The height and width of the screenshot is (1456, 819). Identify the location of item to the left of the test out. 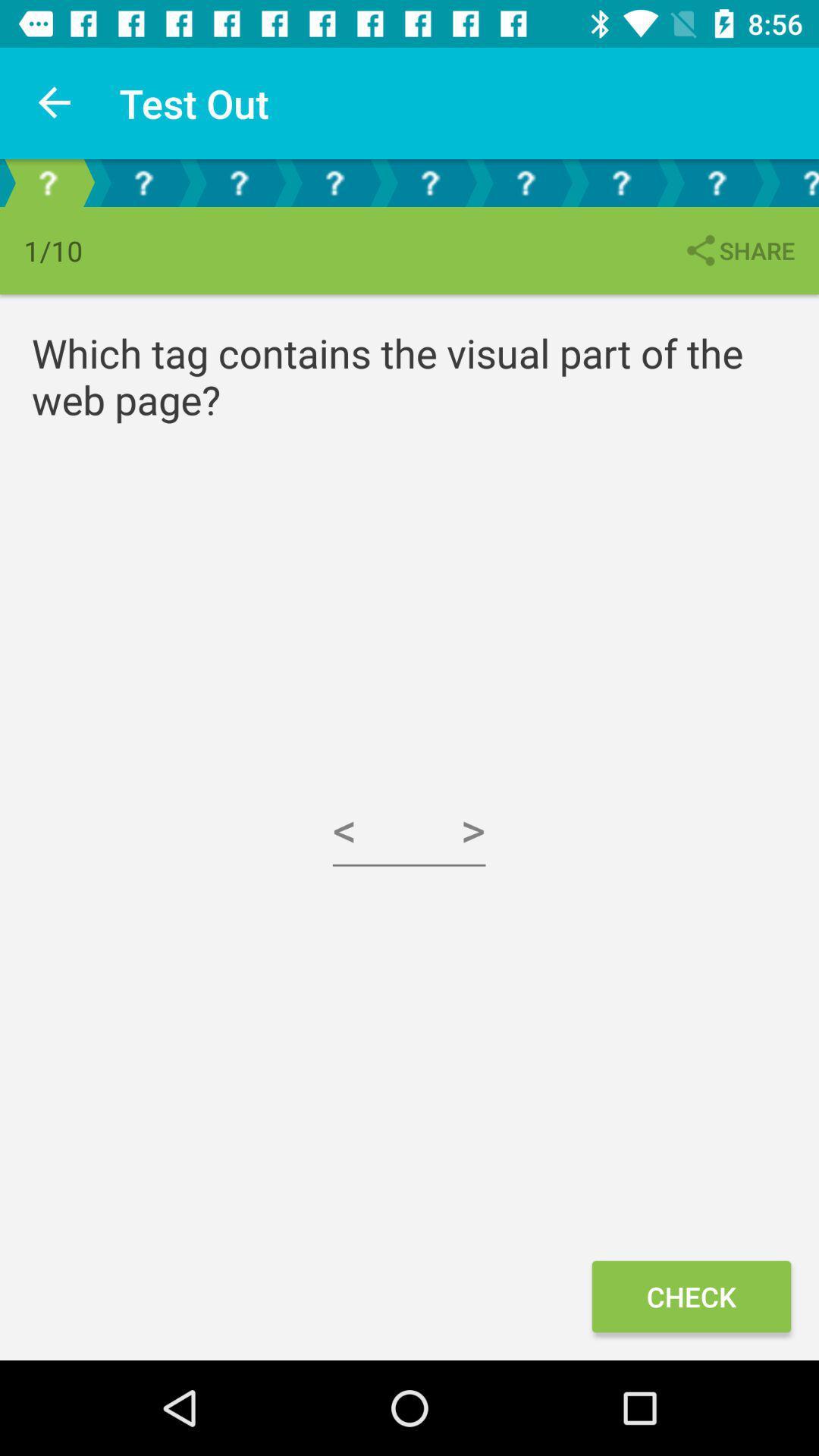
(55, 102).